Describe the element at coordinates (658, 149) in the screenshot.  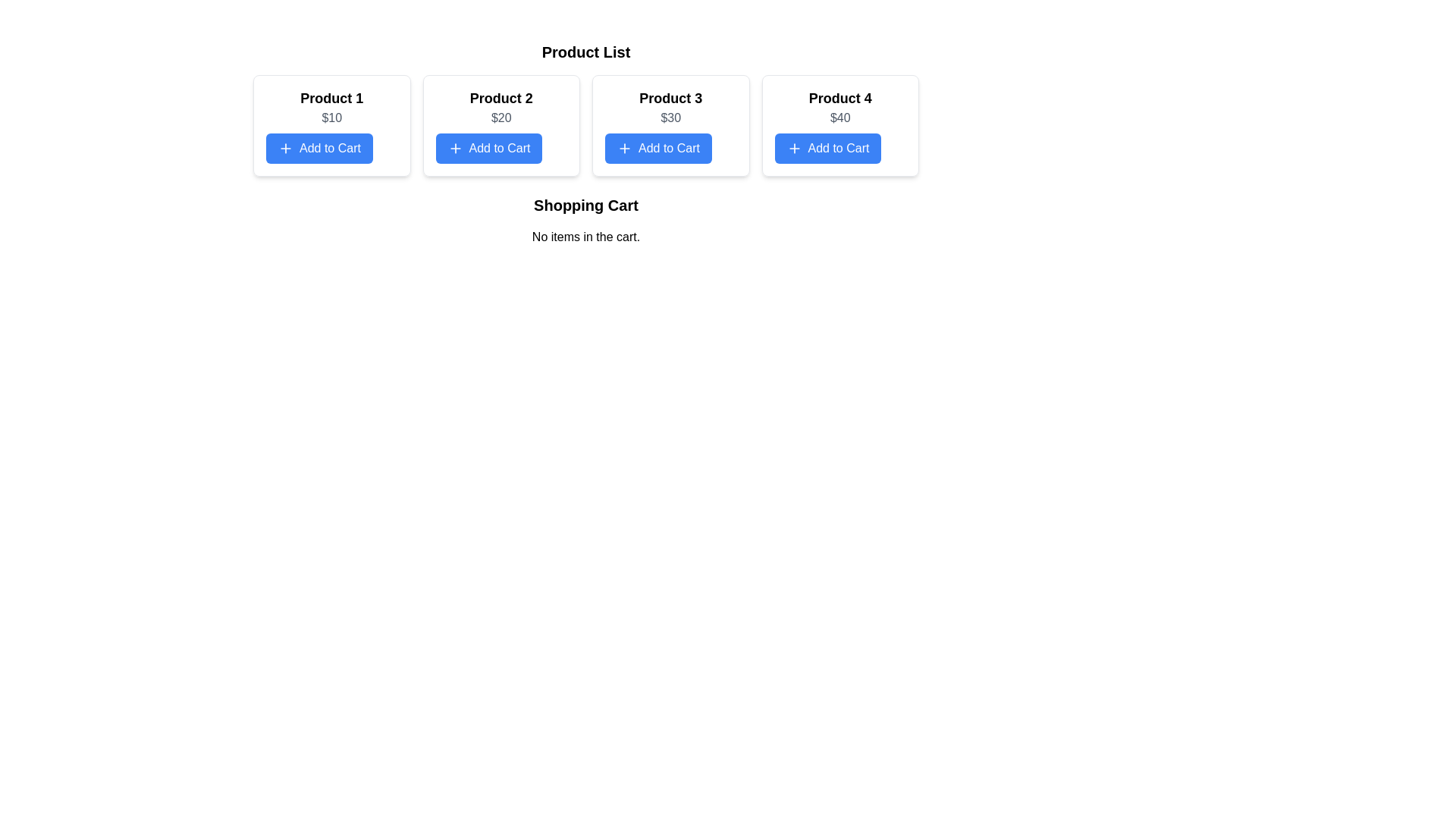
I see `the 'Add to Cart' button with a blue background and a '+' icon for 'Product 3'` at that location.